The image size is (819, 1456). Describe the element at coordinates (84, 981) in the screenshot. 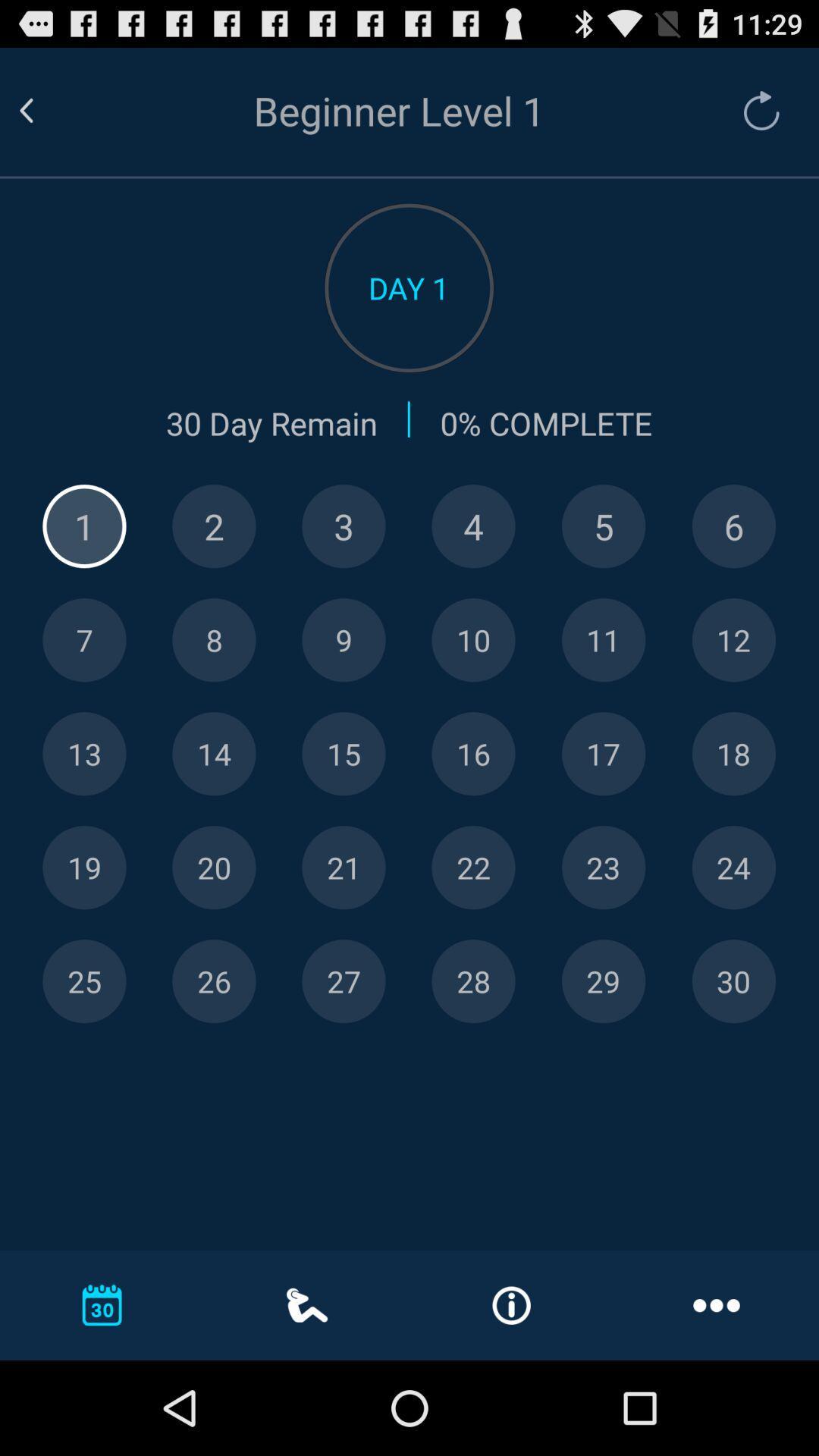

I see `number` at that location.